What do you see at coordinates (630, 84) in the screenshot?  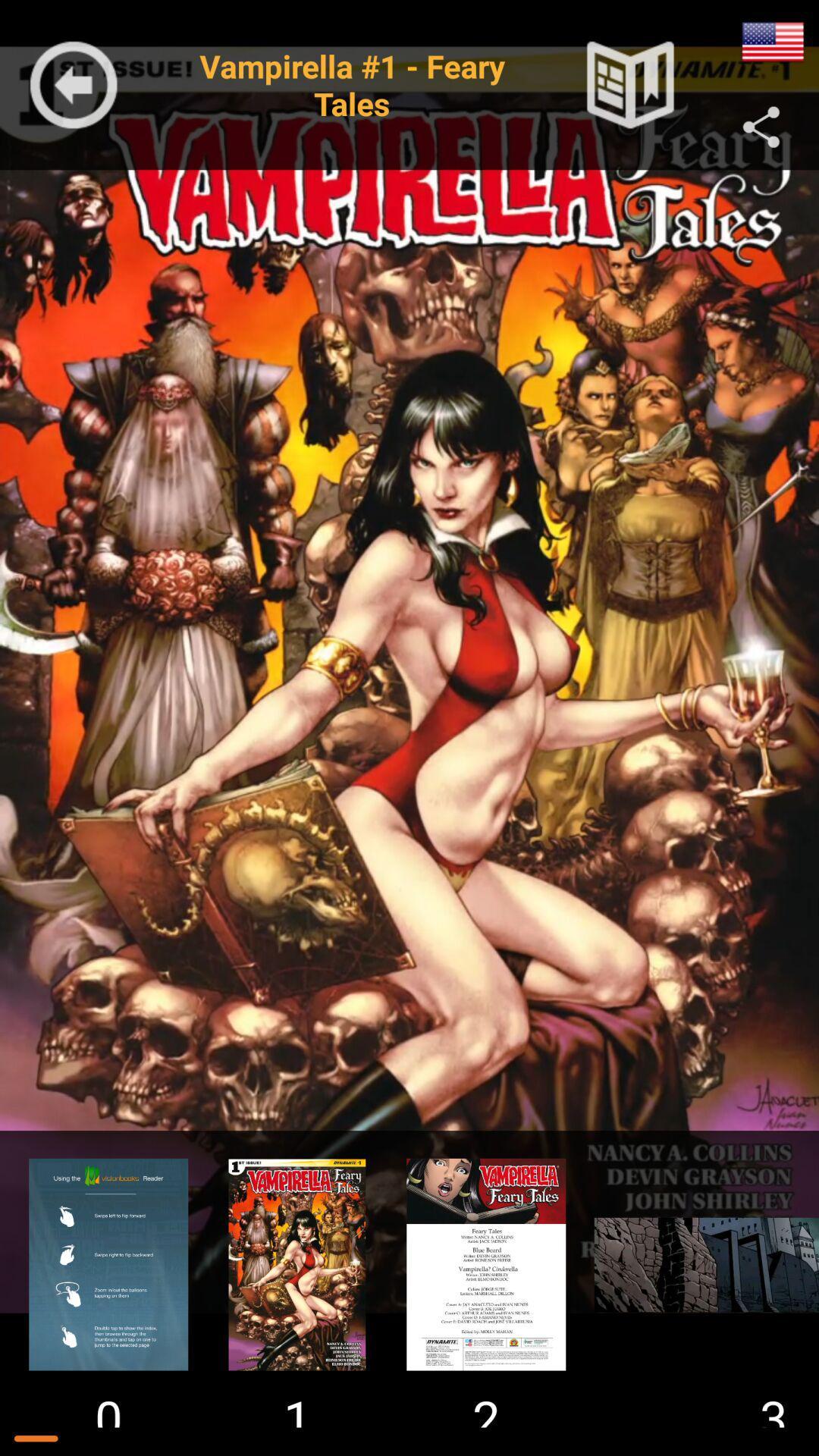 I see `the bookmark icon` at bounding box center [630, 84].